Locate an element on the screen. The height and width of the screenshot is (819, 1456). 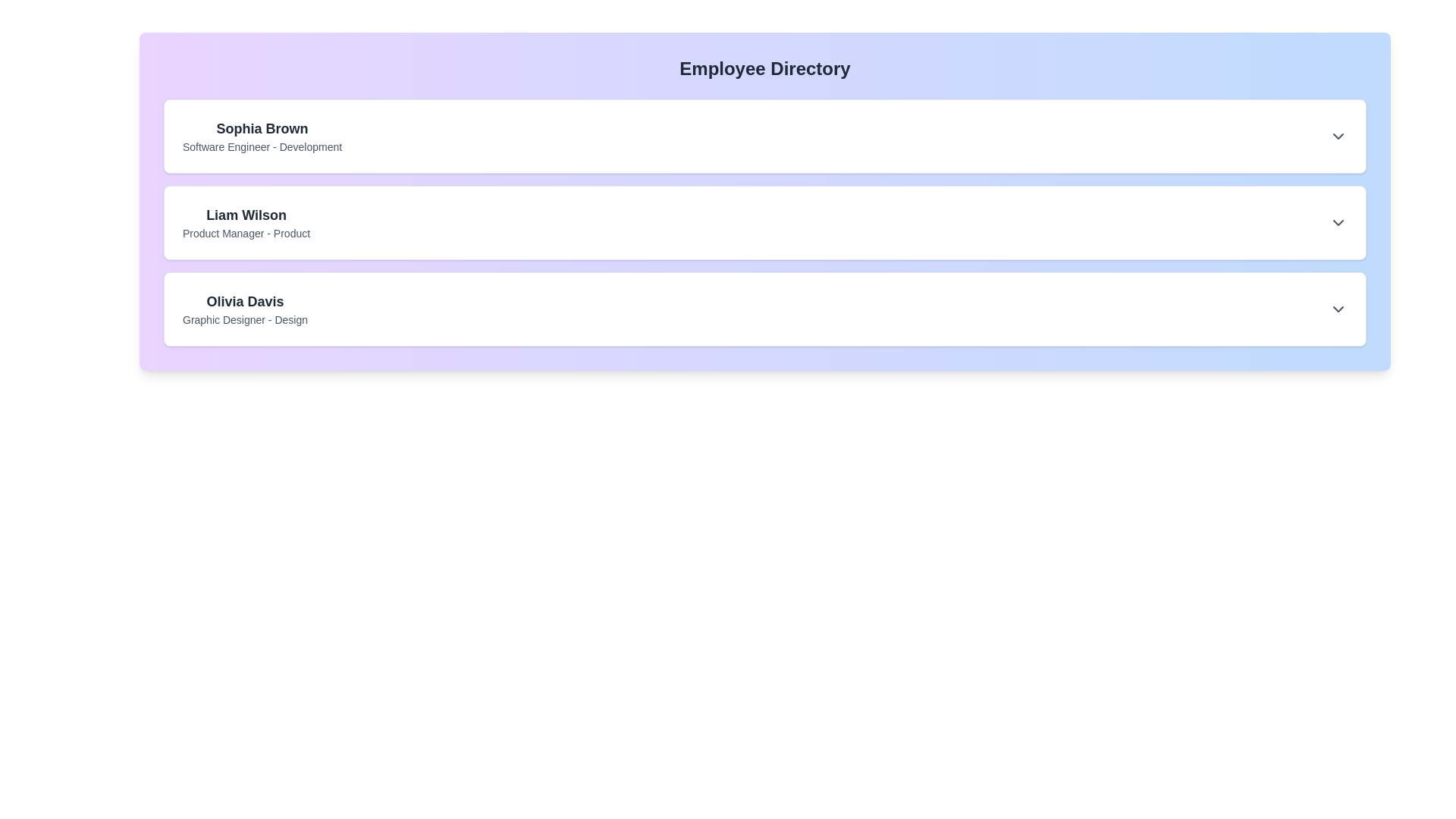
the employee directory entry located in the third row, which displays the employee's name and role, positioned below 'Liam Wilson' is located at coordinates (245, 309).